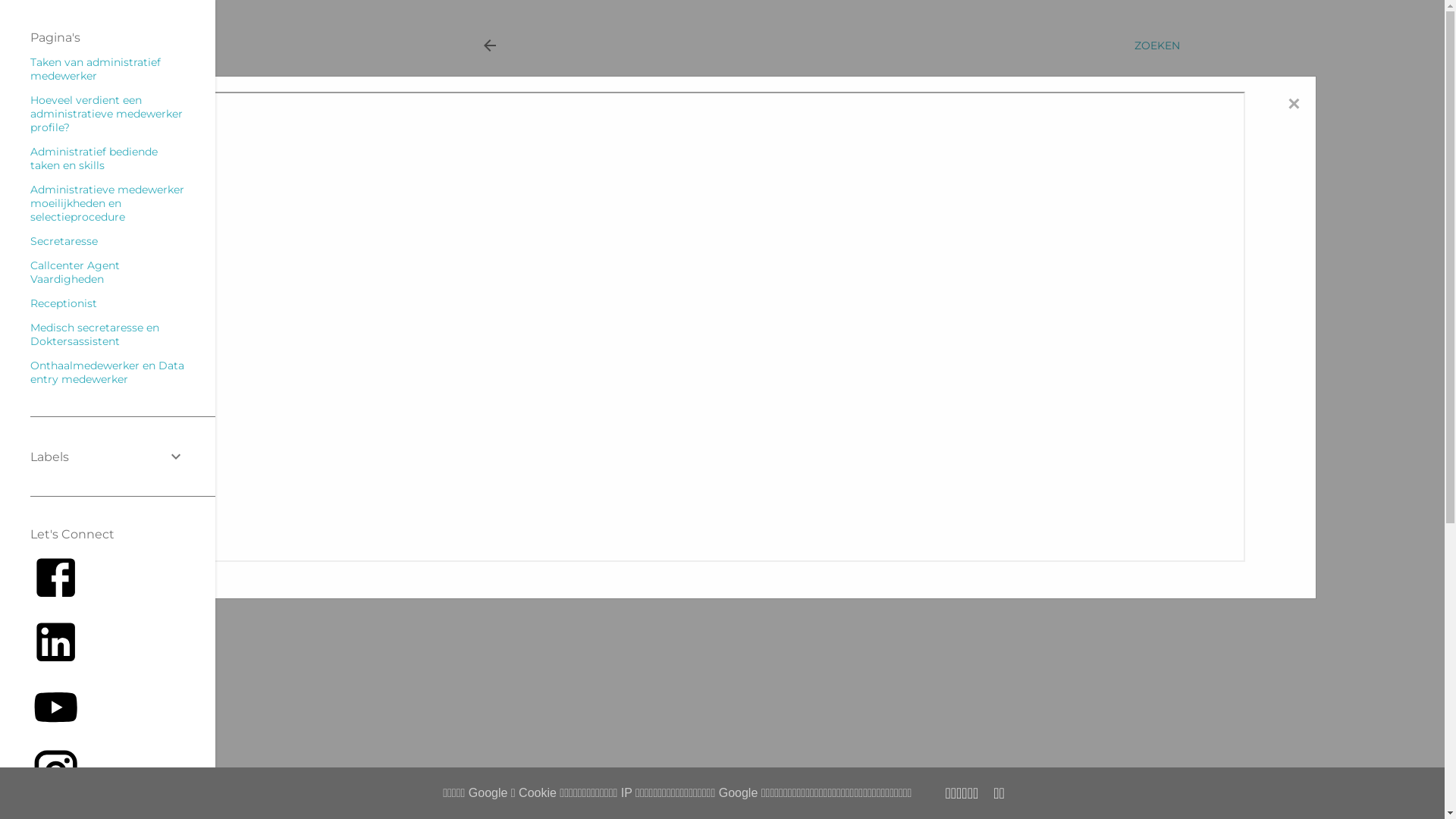 This screenshot has height=819, width=1456. I want to click on 'Administratief bediende taken en skills', so click(93, 158).